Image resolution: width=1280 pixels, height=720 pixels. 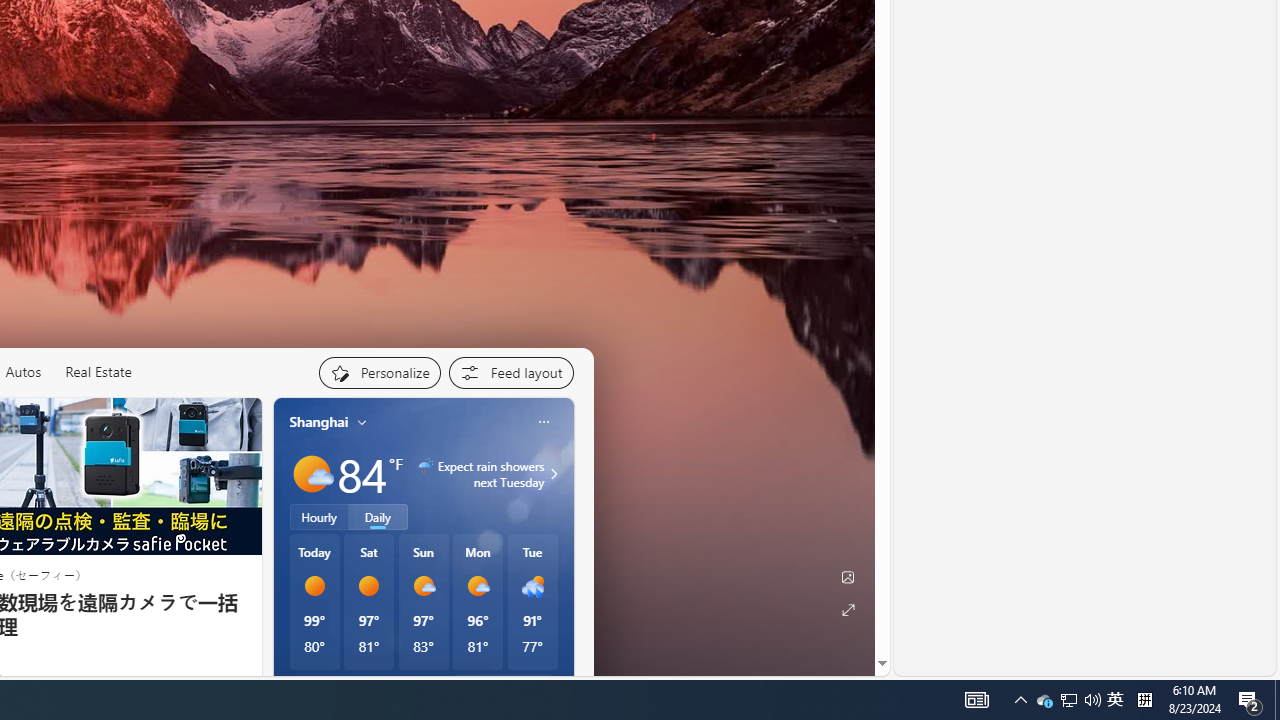 I want to click on 'Expect rain showers next Tuesday', so click(x=551, y=474).